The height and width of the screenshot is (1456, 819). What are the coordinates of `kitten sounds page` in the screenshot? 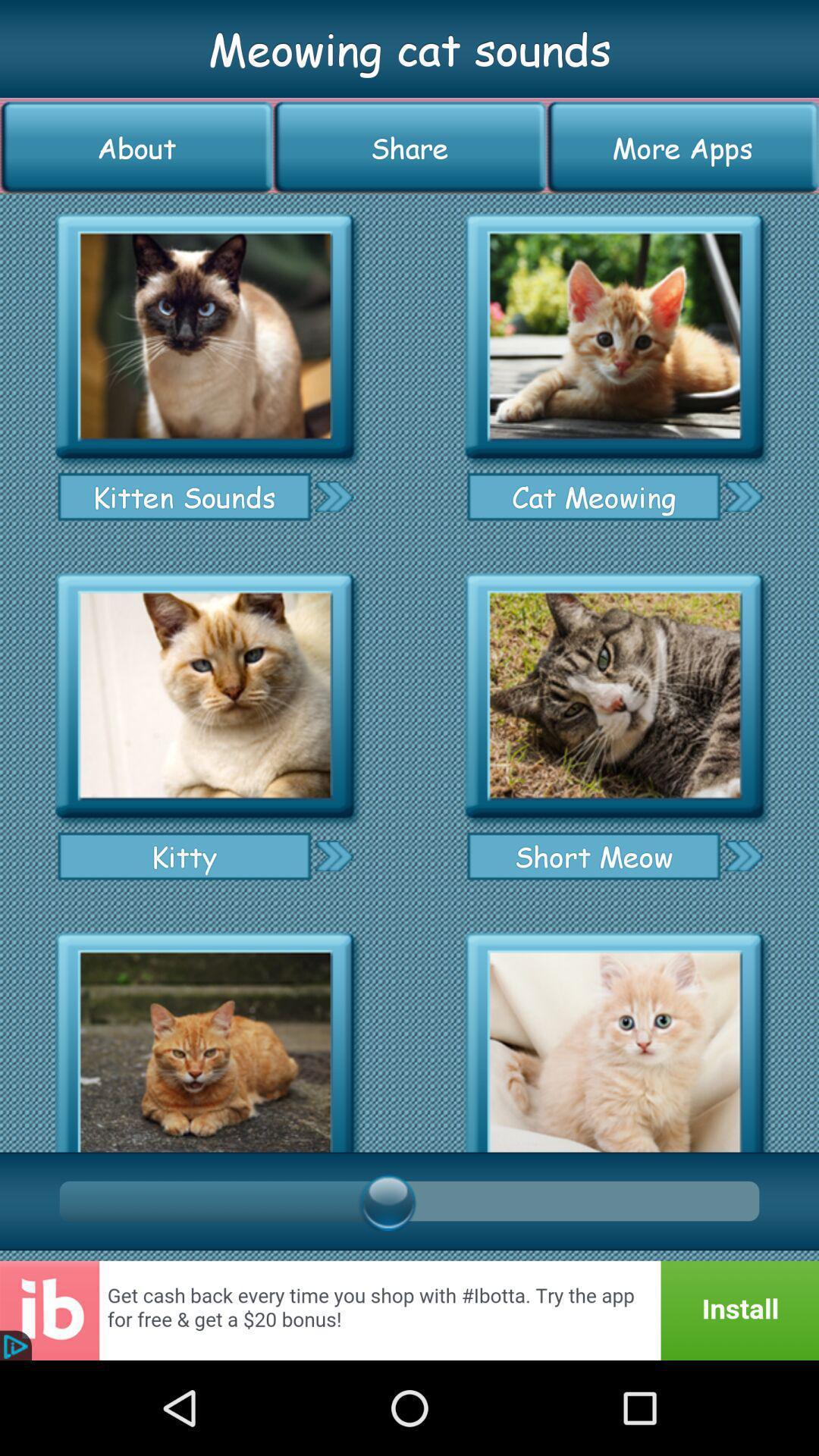 It's located at (333, 496).